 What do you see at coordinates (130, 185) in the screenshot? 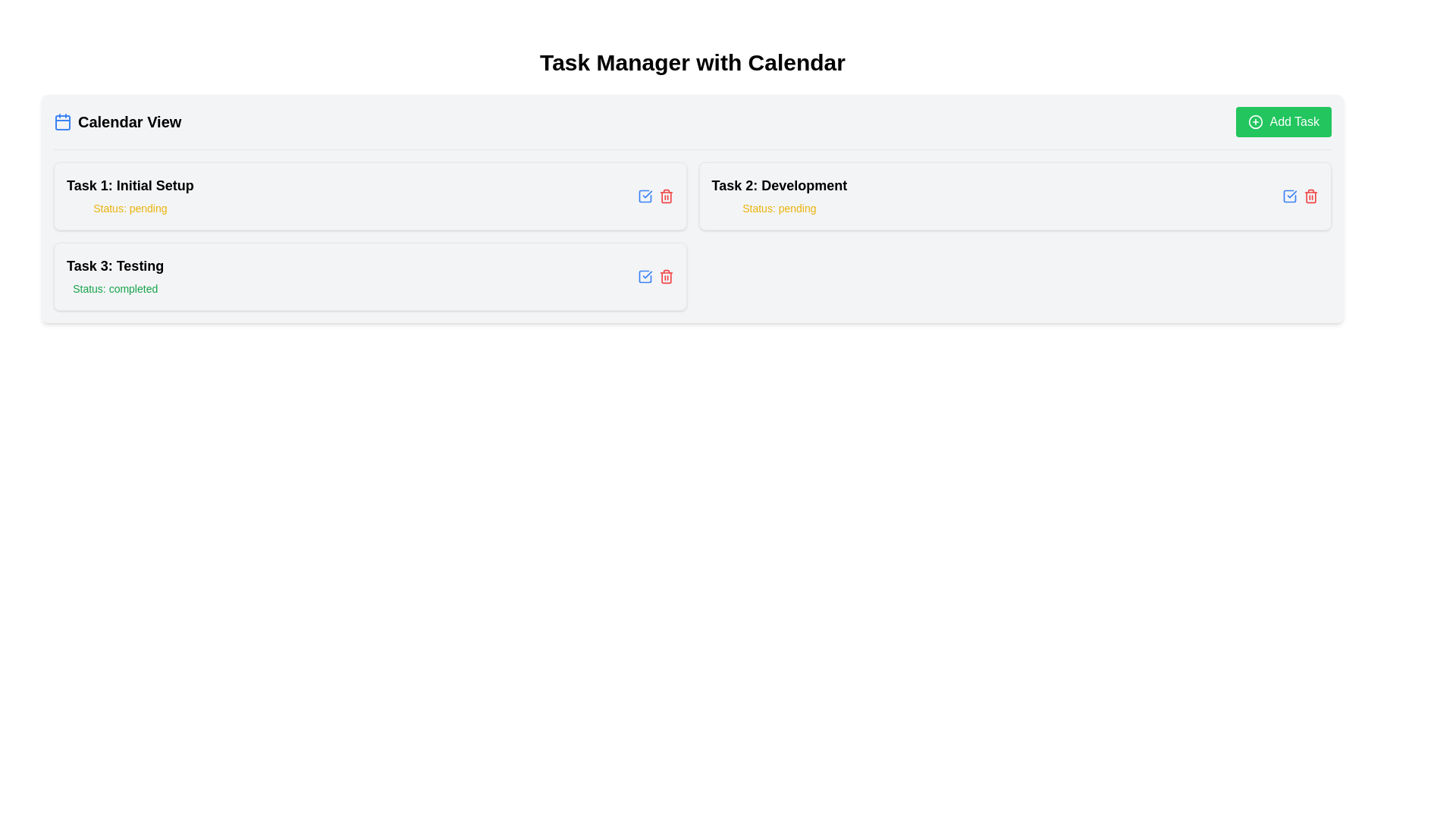
I see `the text label reading 'Task 1: Initial Setup', which is a large bold font positioned at the top of its section` at bounding box center [130, 185].